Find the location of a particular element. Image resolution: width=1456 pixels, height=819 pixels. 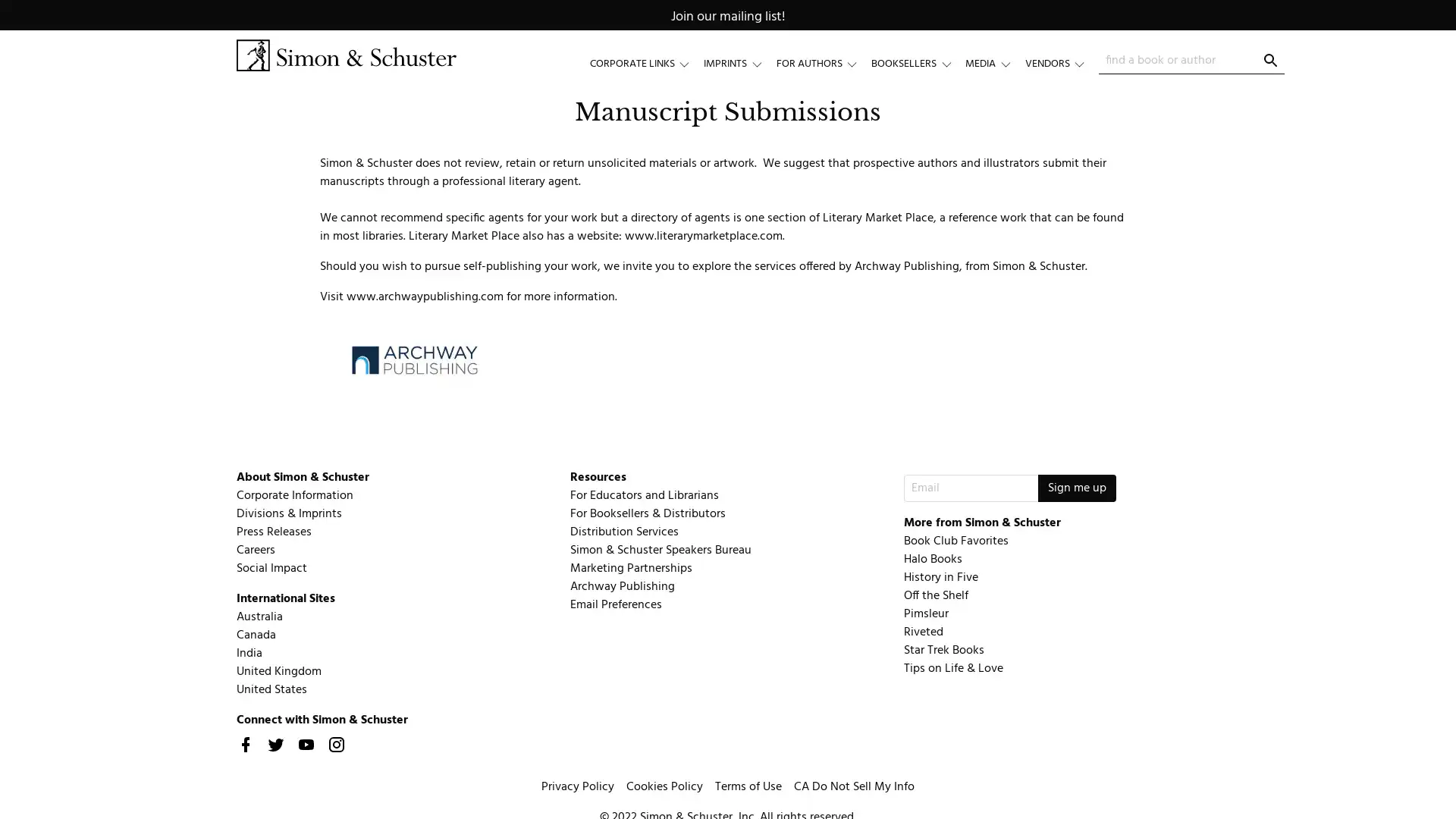

FOR AUTHORS is located at coordinates (822, 63).